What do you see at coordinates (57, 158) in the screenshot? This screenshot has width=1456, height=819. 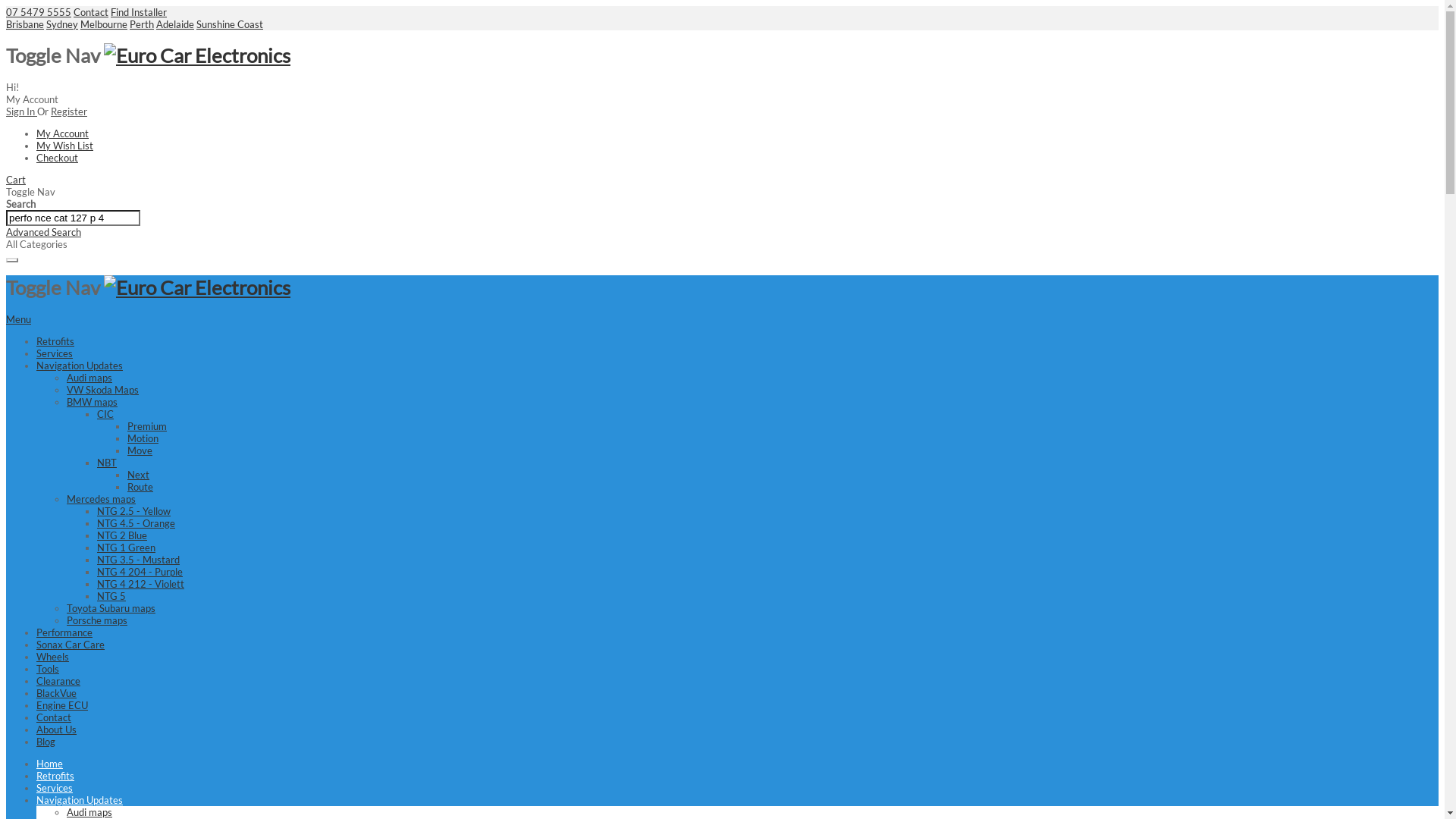 I see `'Checkout'` at bounding box center [57, 158].